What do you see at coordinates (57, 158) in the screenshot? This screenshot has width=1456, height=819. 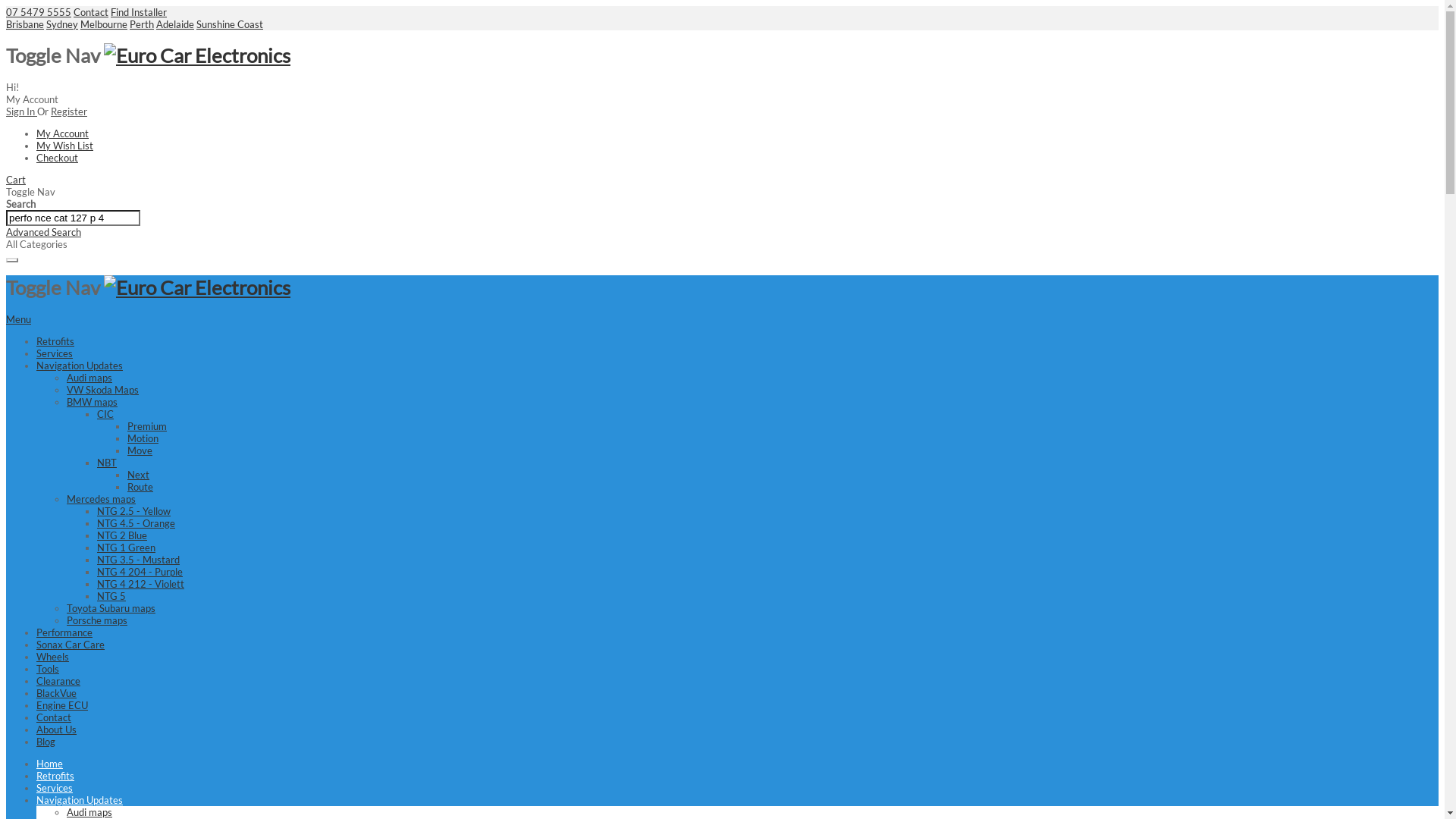 I see `'Checkout'` at bounding box center [57, 158].